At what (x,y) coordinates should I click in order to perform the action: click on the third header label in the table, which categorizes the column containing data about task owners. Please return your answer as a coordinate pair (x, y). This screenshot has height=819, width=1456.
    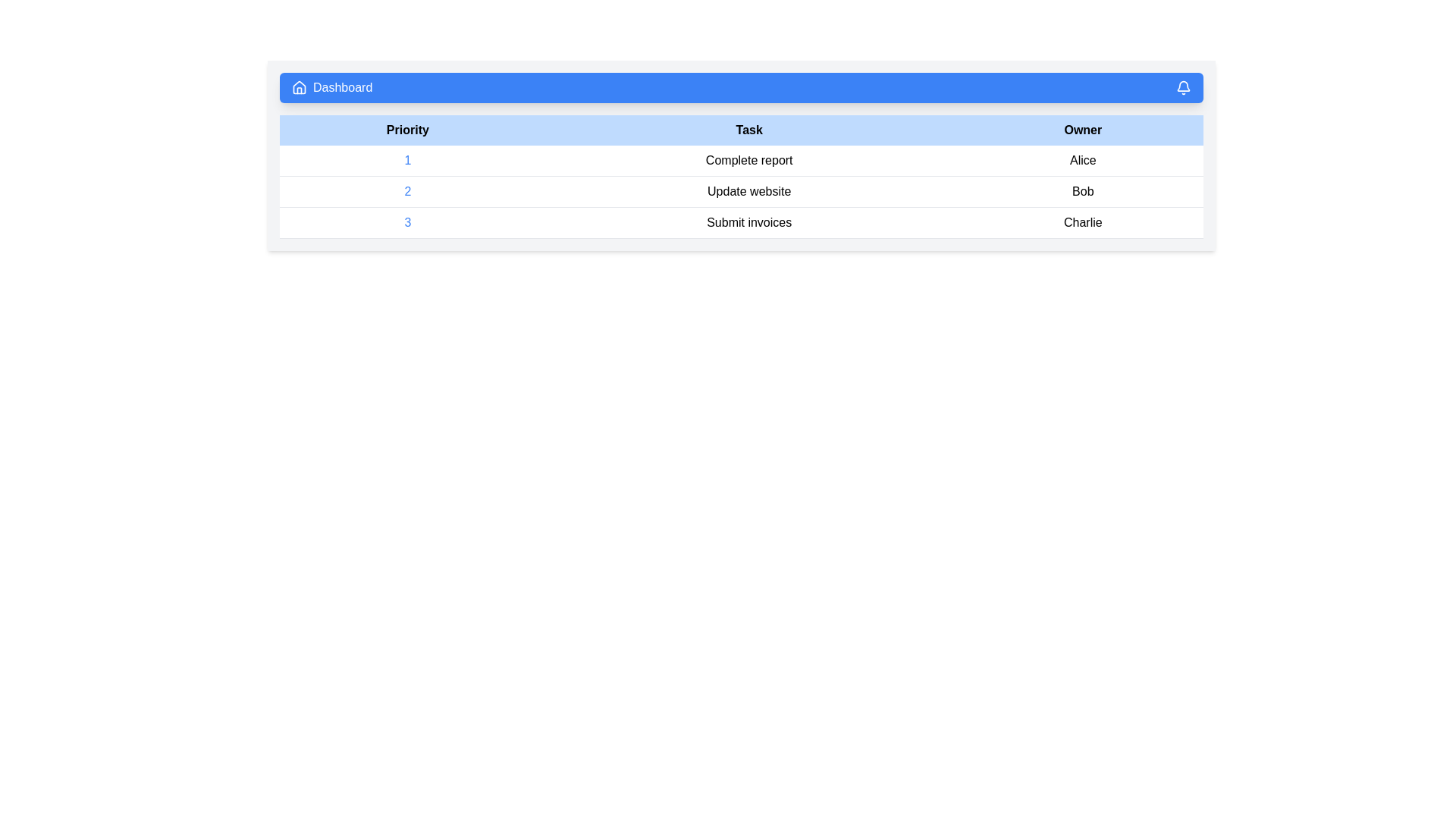
    Looking at the image, I should click on (1082, 130).